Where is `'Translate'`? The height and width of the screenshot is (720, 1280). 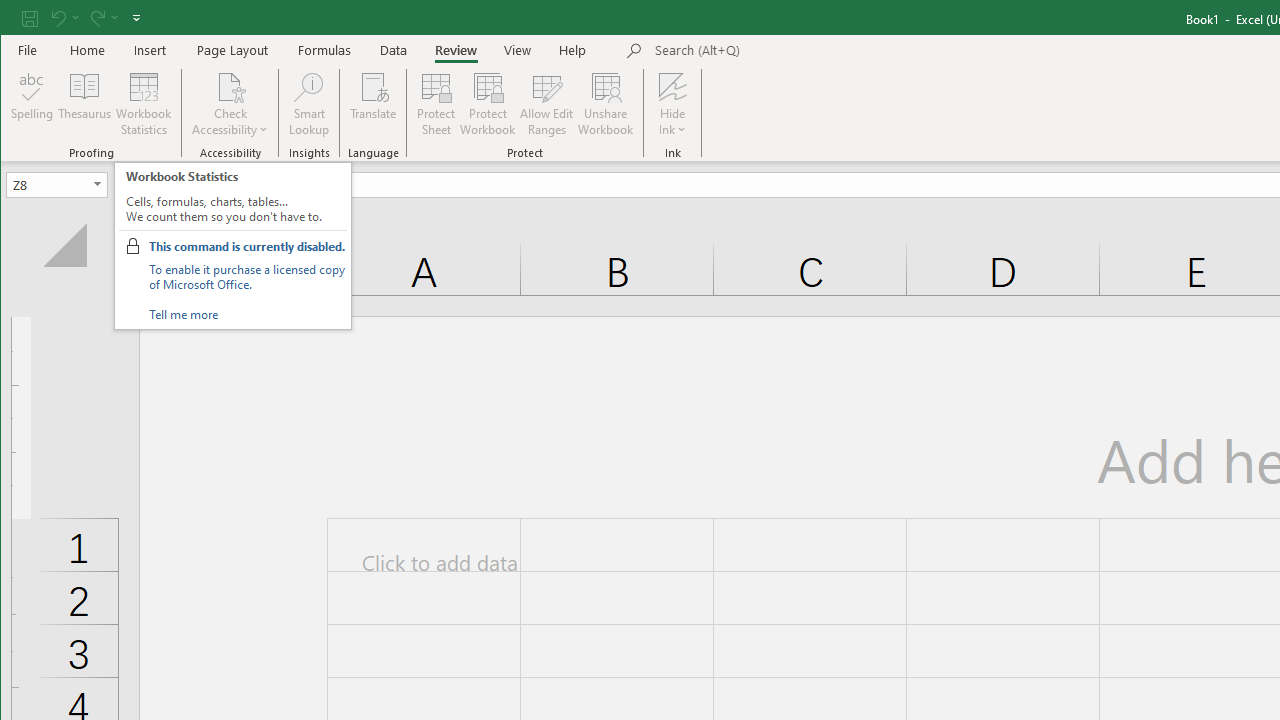
'Translate' is located at coordinates (373, 104).